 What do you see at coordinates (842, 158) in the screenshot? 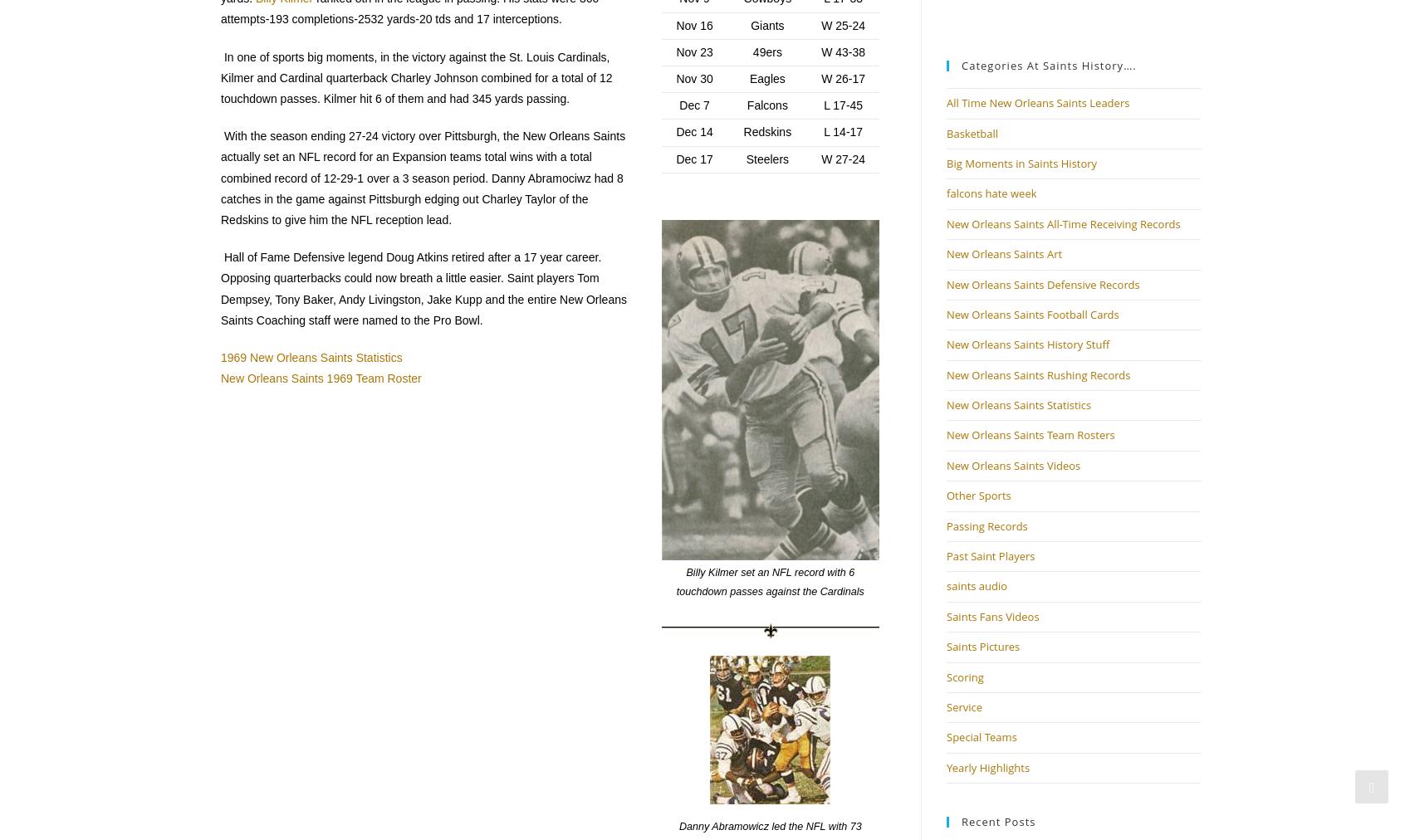
I see `'W 27-24'` at bounding box center [842, 158].